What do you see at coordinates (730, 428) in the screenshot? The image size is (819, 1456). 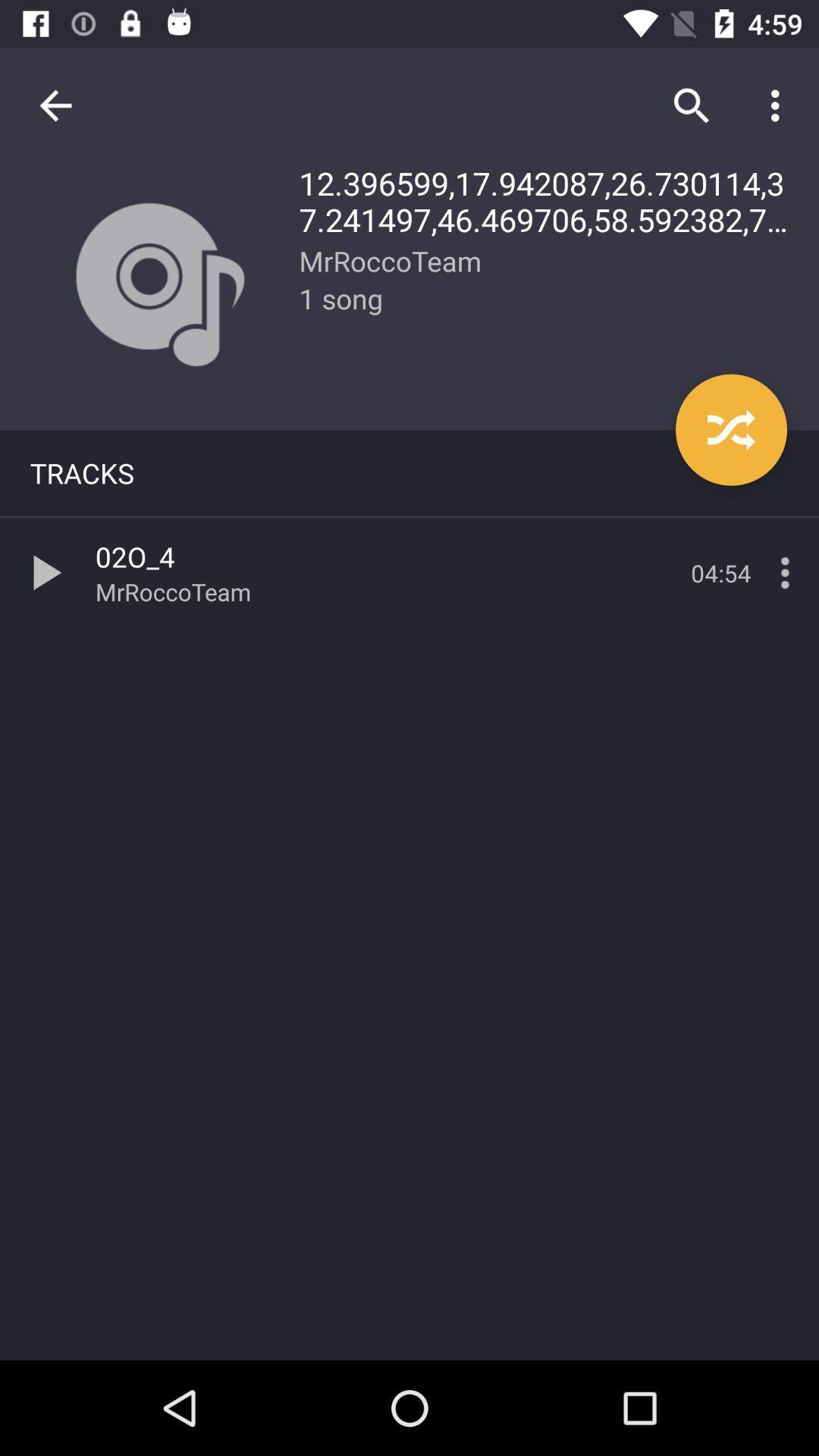 I see `the item below the 12 396599 17` at bounding box center [730, 428].